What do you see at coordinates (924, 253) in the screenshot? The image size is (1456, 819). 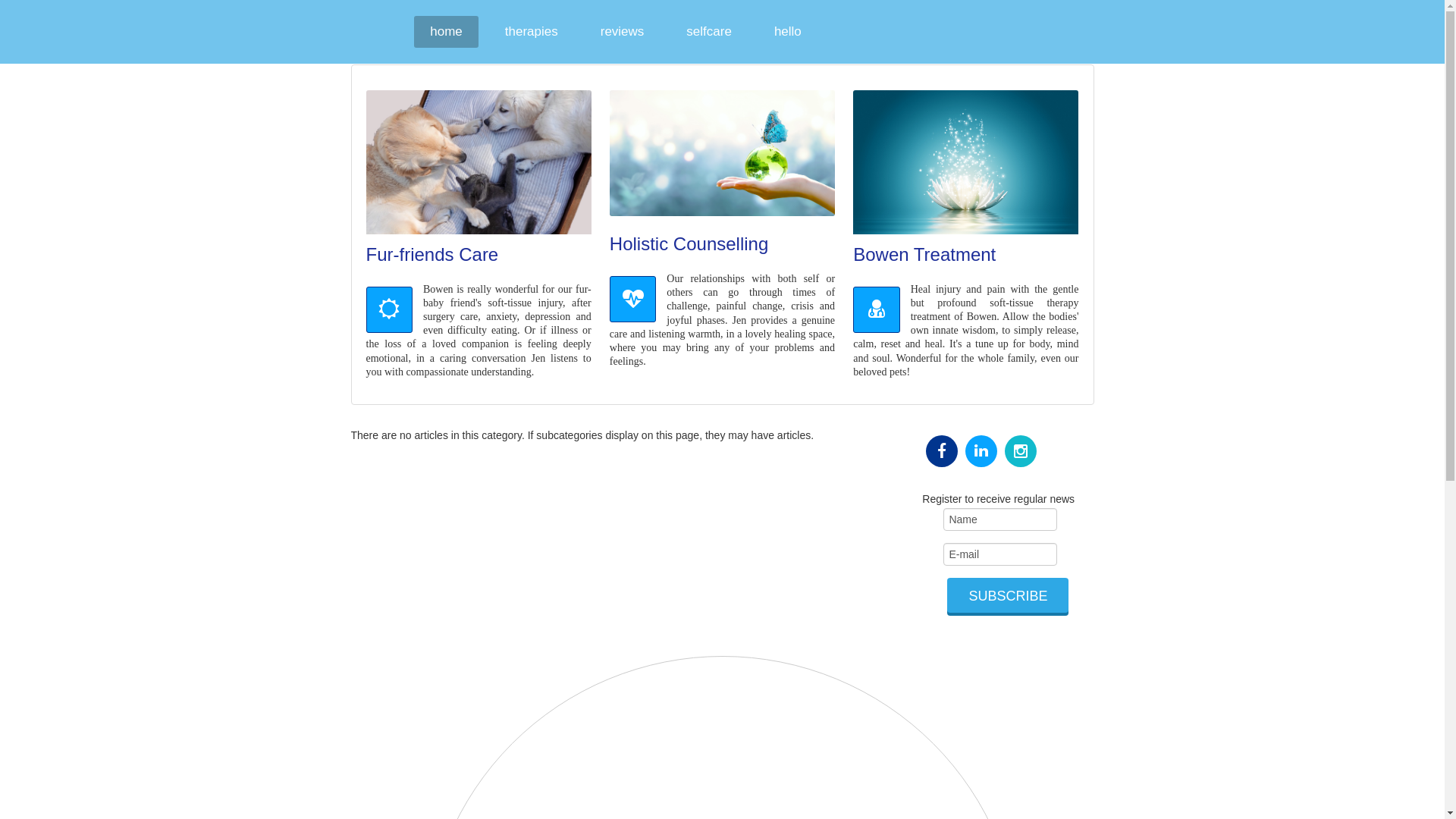 I see `'Bowen Treatment'` at bounding box center [924, 253].